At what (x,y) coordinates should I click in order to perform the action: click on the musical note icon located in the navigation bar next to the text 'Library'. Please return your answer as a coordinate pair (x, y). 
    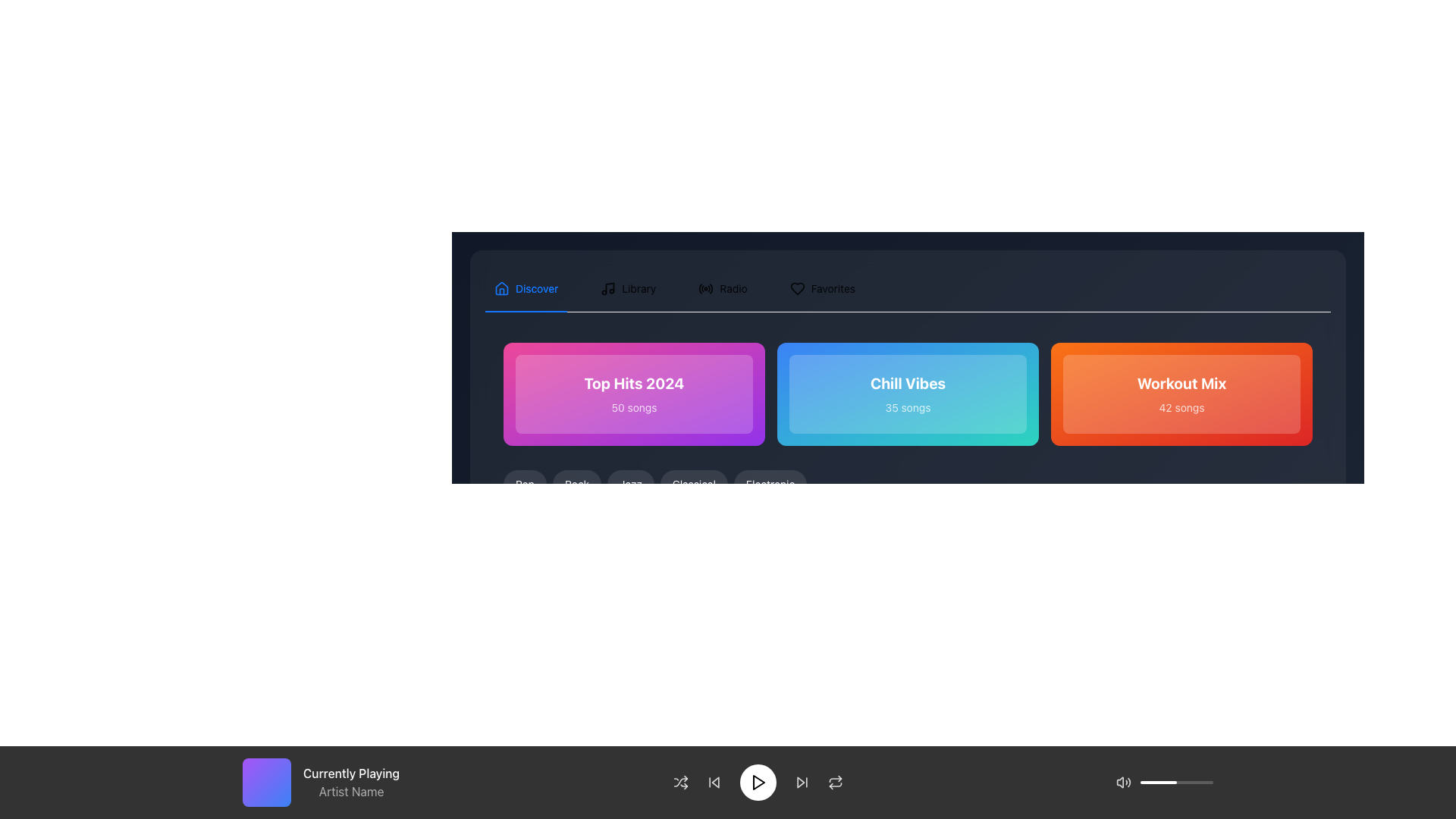
    Looking at the image, I should click on (608, 289).